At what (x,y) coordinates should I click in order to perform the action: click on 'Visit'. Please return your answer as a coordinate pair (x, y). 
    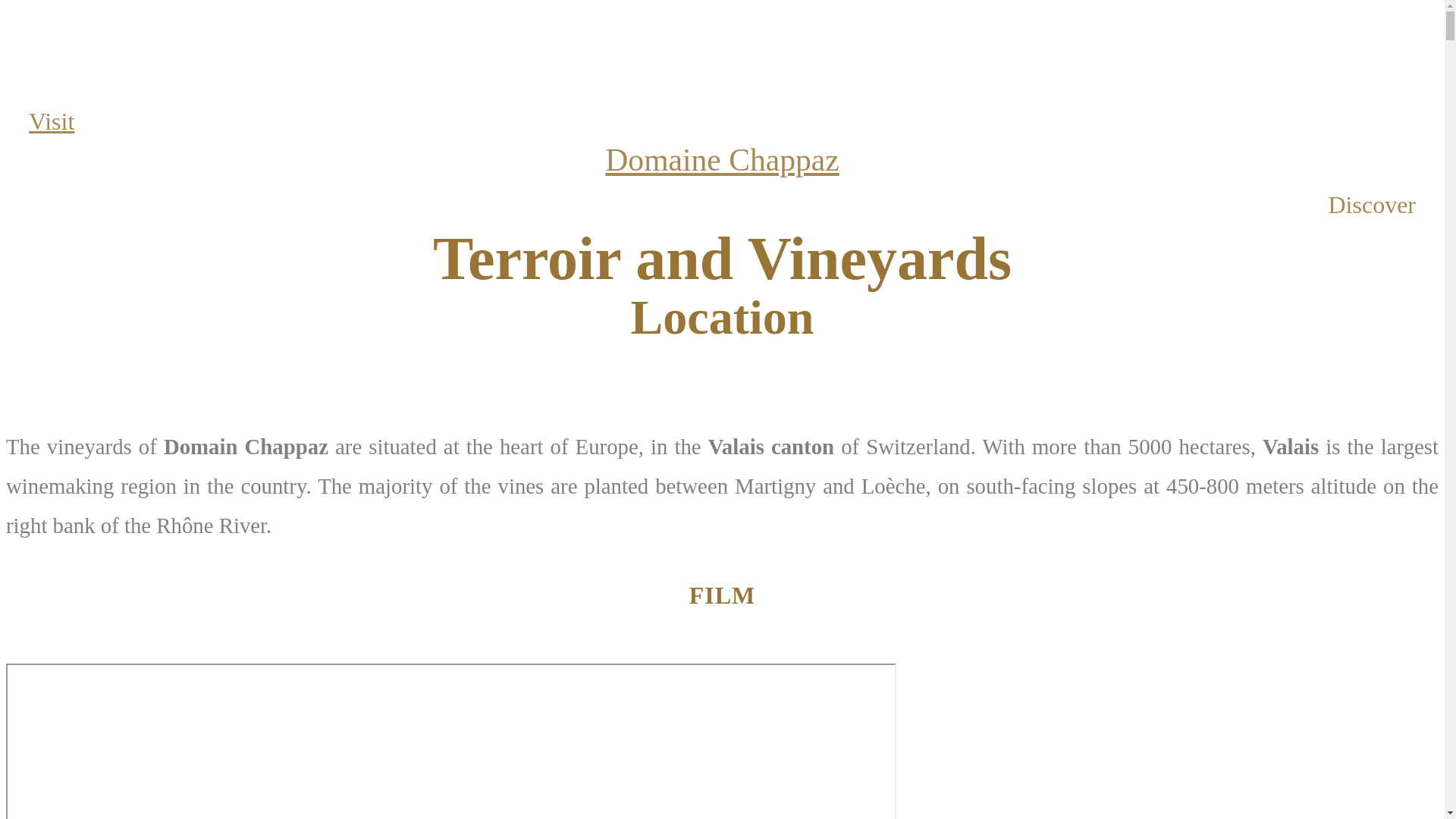
    Looking at the image, I should click on (51, 120).